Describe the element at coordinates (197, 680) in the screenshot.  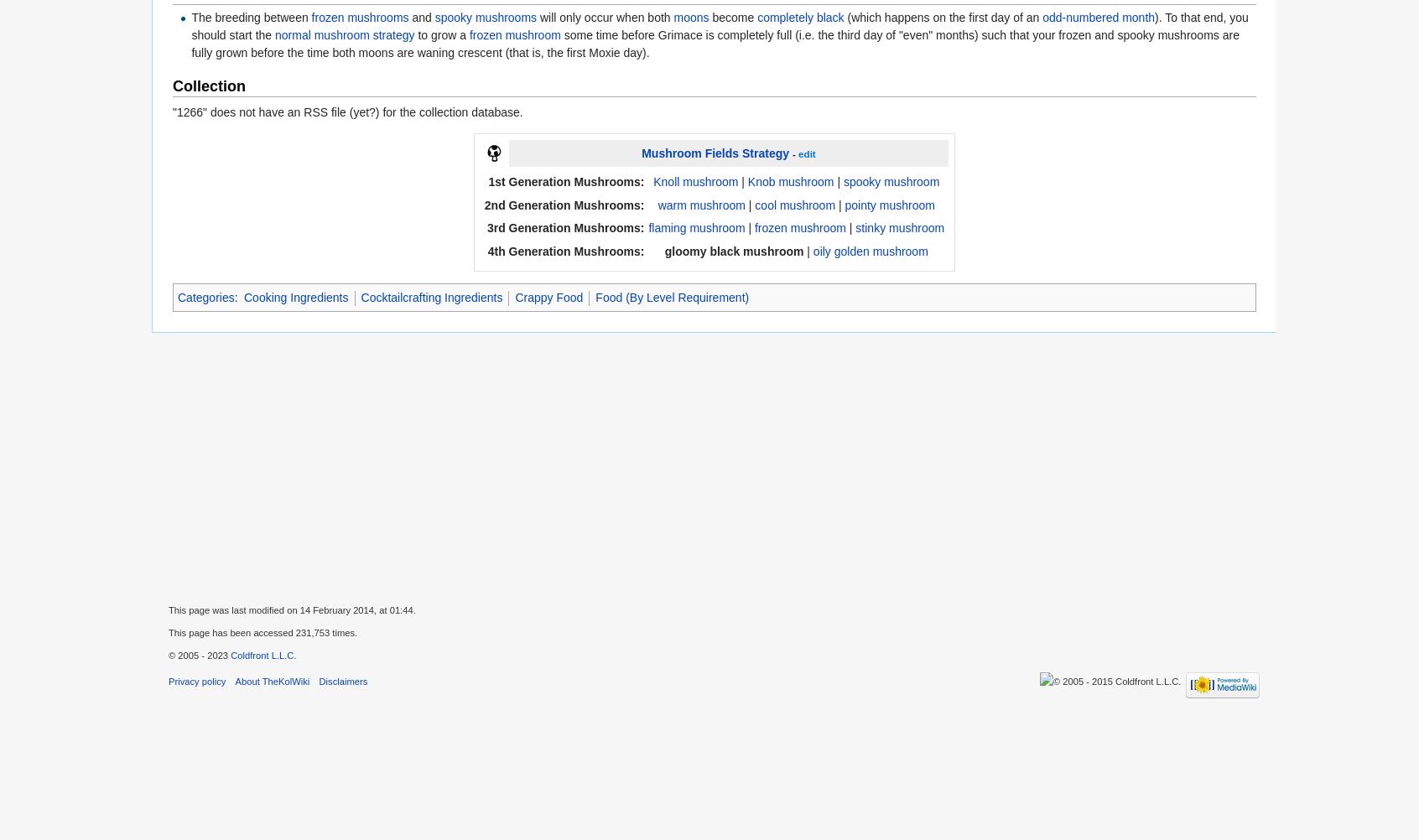
I see `'Privacy policy'` at that location.